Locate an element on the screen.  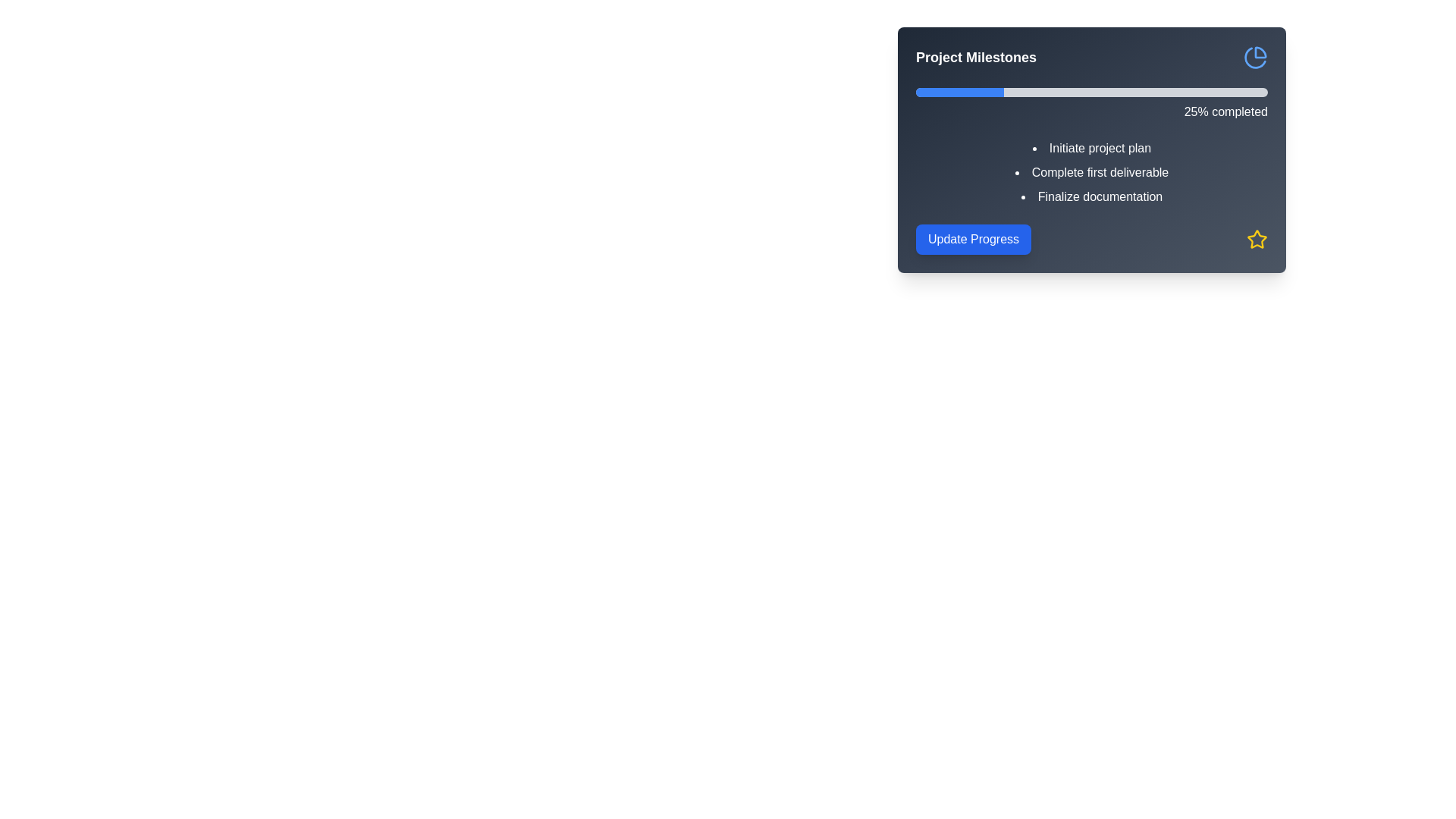
the text label displaying 'Finalize documentation', which is the third bullet point item under the heading 'Project Milestones', styled with a white bullet point on a dark blue background is located at coordinates (1092, 196).